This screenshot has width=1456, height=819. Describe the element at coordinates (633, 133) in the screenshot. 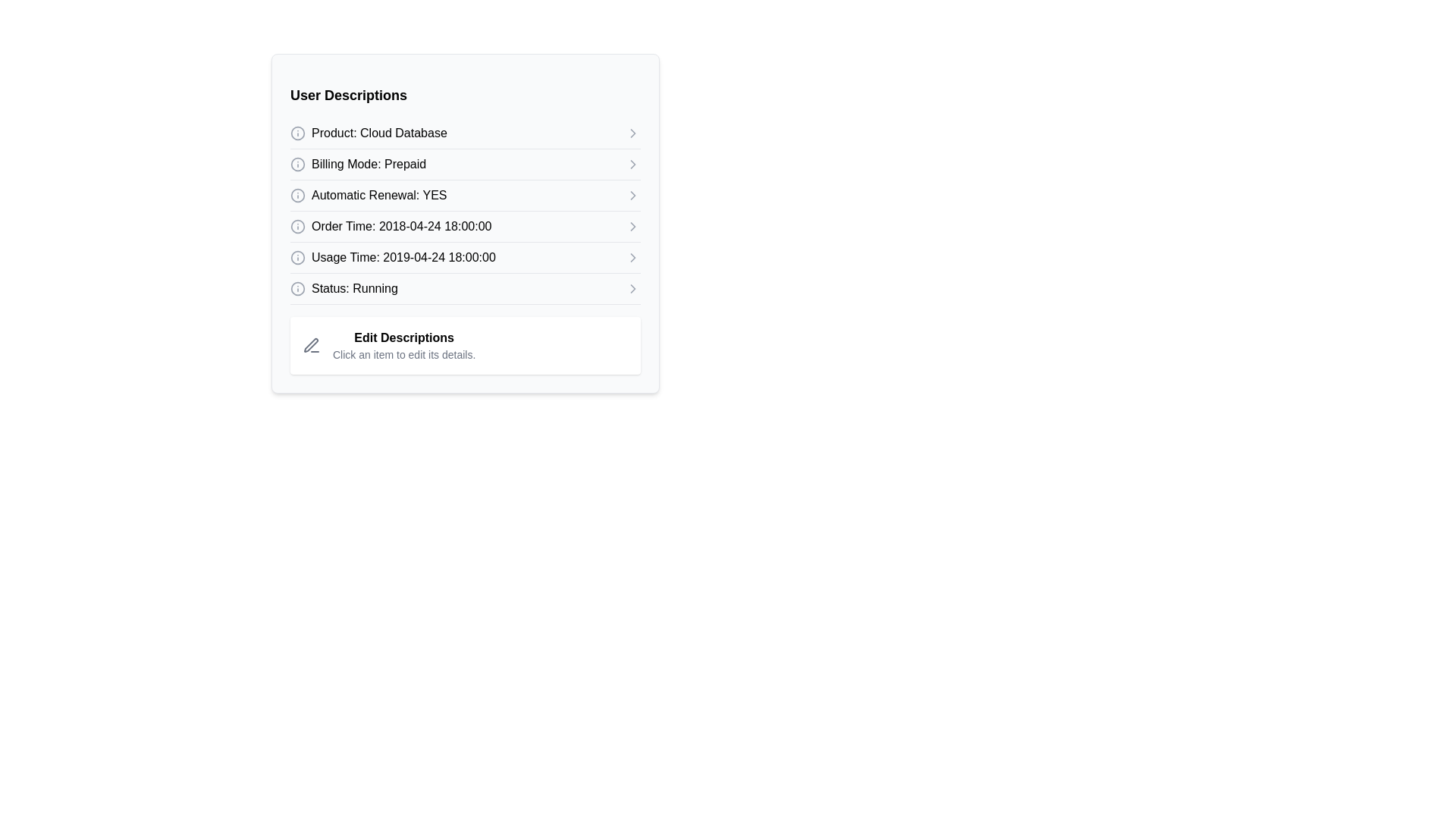

I see `the Chevron Right icon` at that location.